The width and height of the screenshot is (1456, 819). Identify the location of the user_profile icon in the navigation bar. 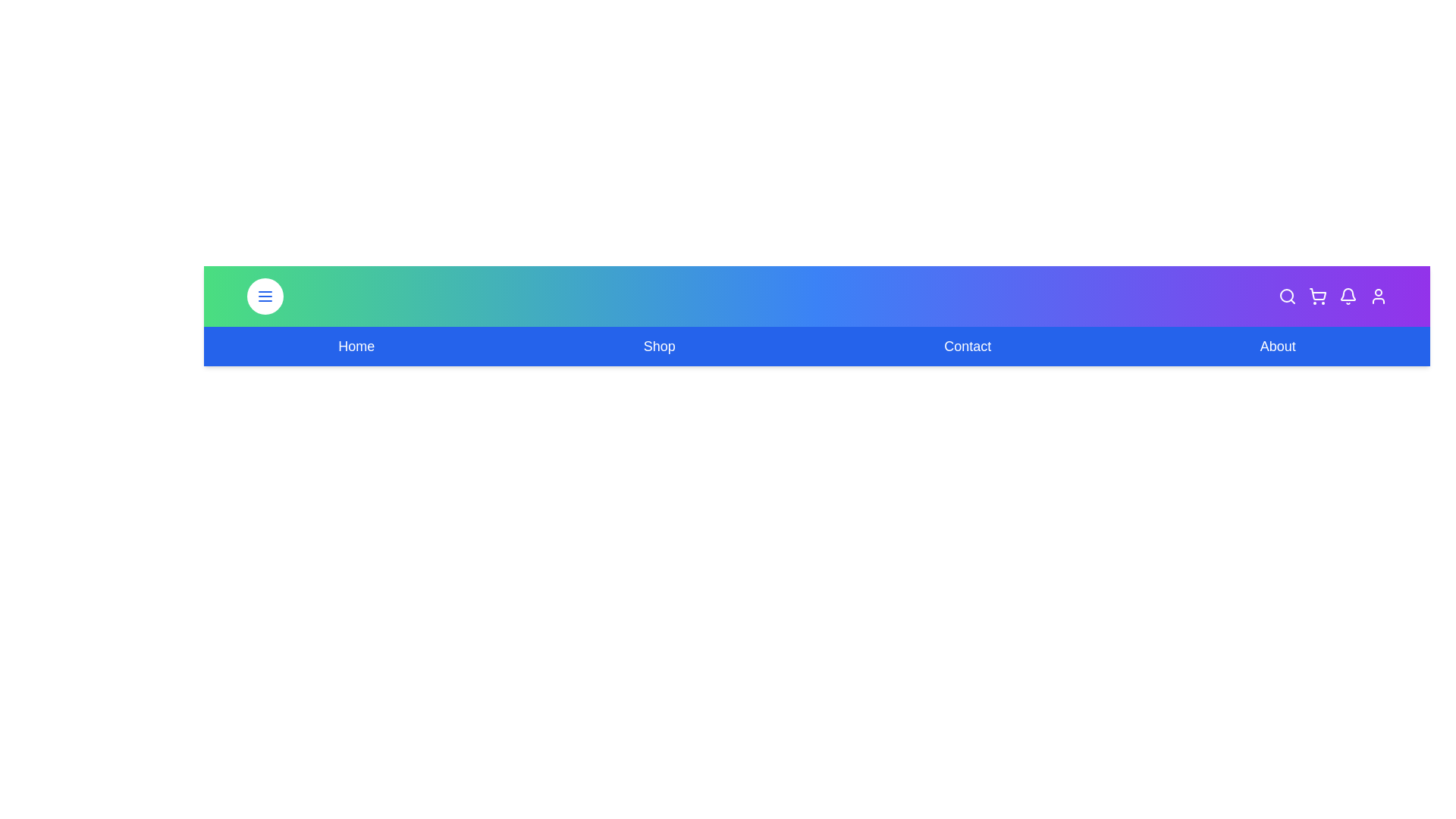
(1378, 296).